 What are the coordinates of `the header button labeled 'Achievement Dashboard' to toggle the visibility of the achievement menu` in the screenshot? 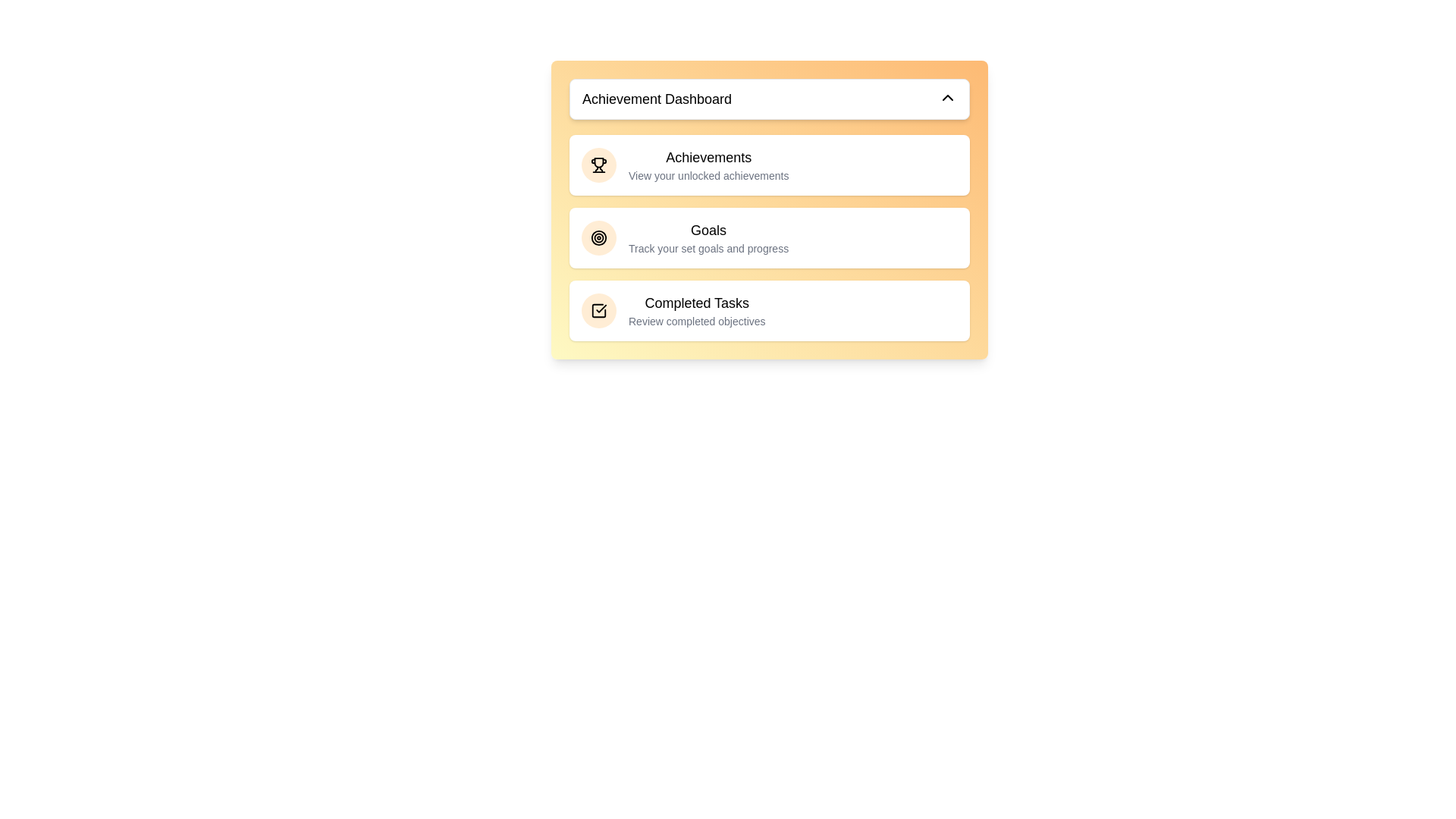 It's located at (769, 99).